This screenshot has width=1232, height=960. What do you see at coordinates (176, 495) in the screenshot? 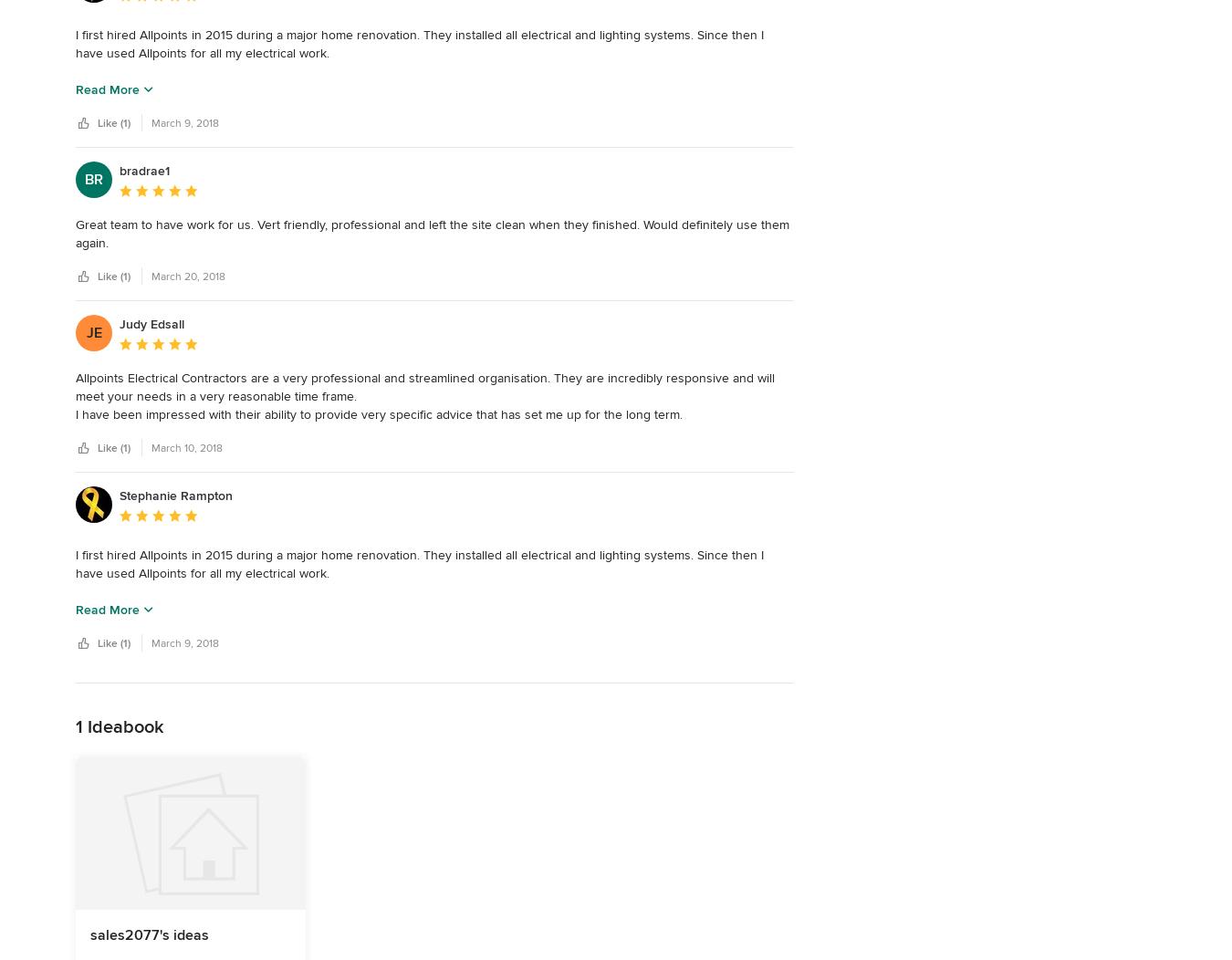
I see `'Stephanie Rampton'` at bounding box center [176, 495].